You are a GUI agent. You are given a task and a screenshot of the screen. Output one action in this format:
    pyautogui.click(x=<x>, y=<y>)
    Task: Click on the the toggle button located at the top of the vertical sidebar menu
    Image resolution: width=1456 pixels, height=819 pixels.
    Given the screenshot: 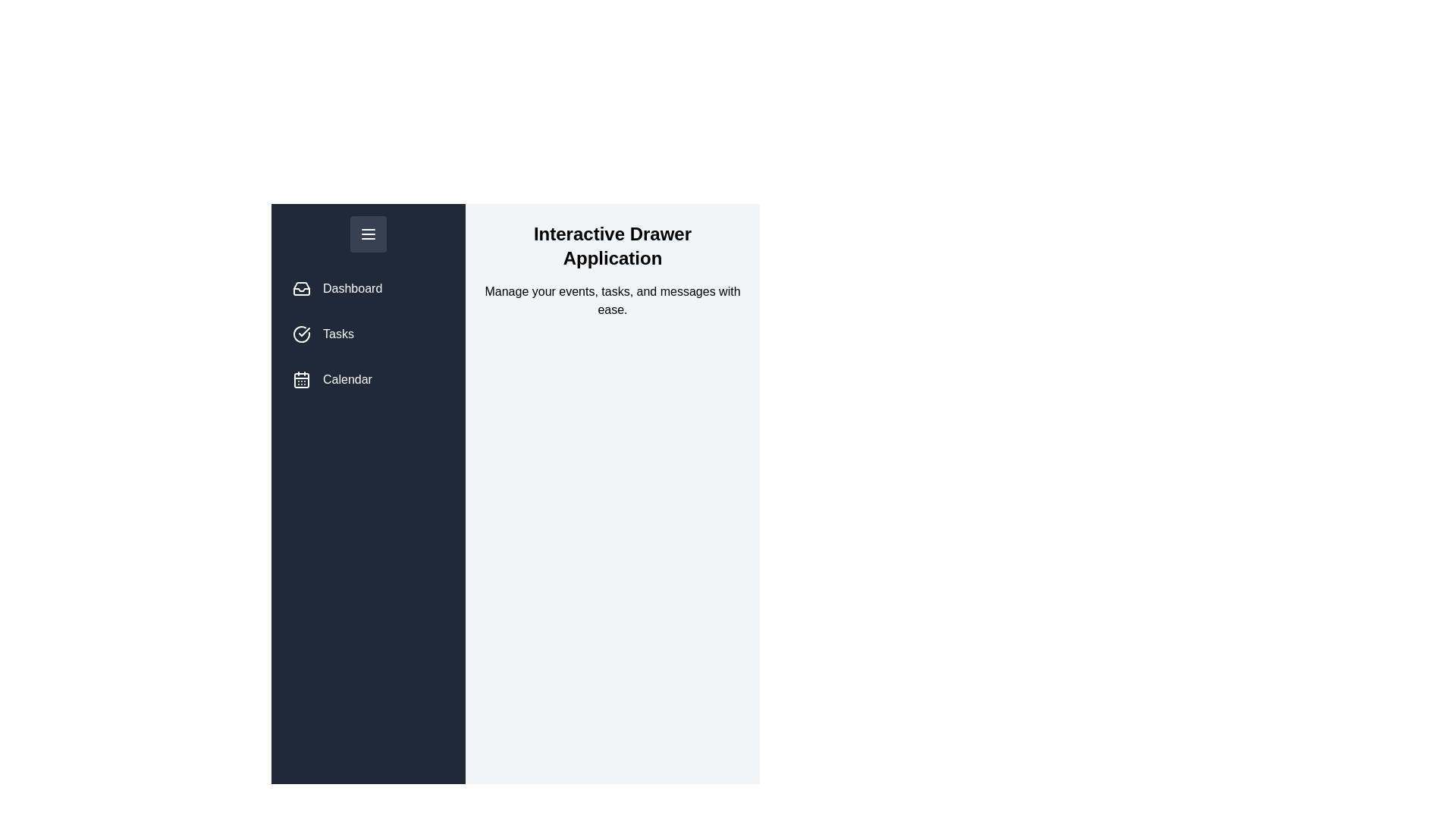 What is the action you would take?
    pyautogui.click(x=368, y=234)
    